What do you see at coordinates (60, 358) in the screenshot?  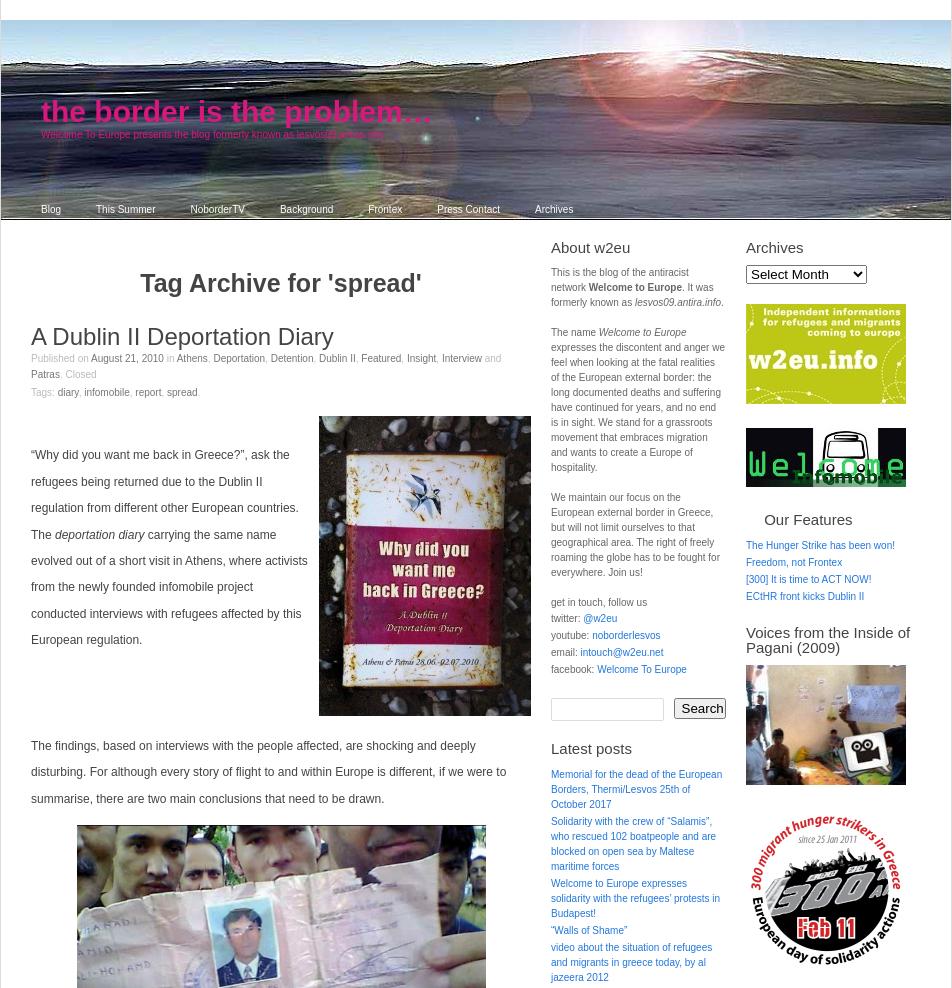 I see `'Published on'` at bounding box center [60, 358].